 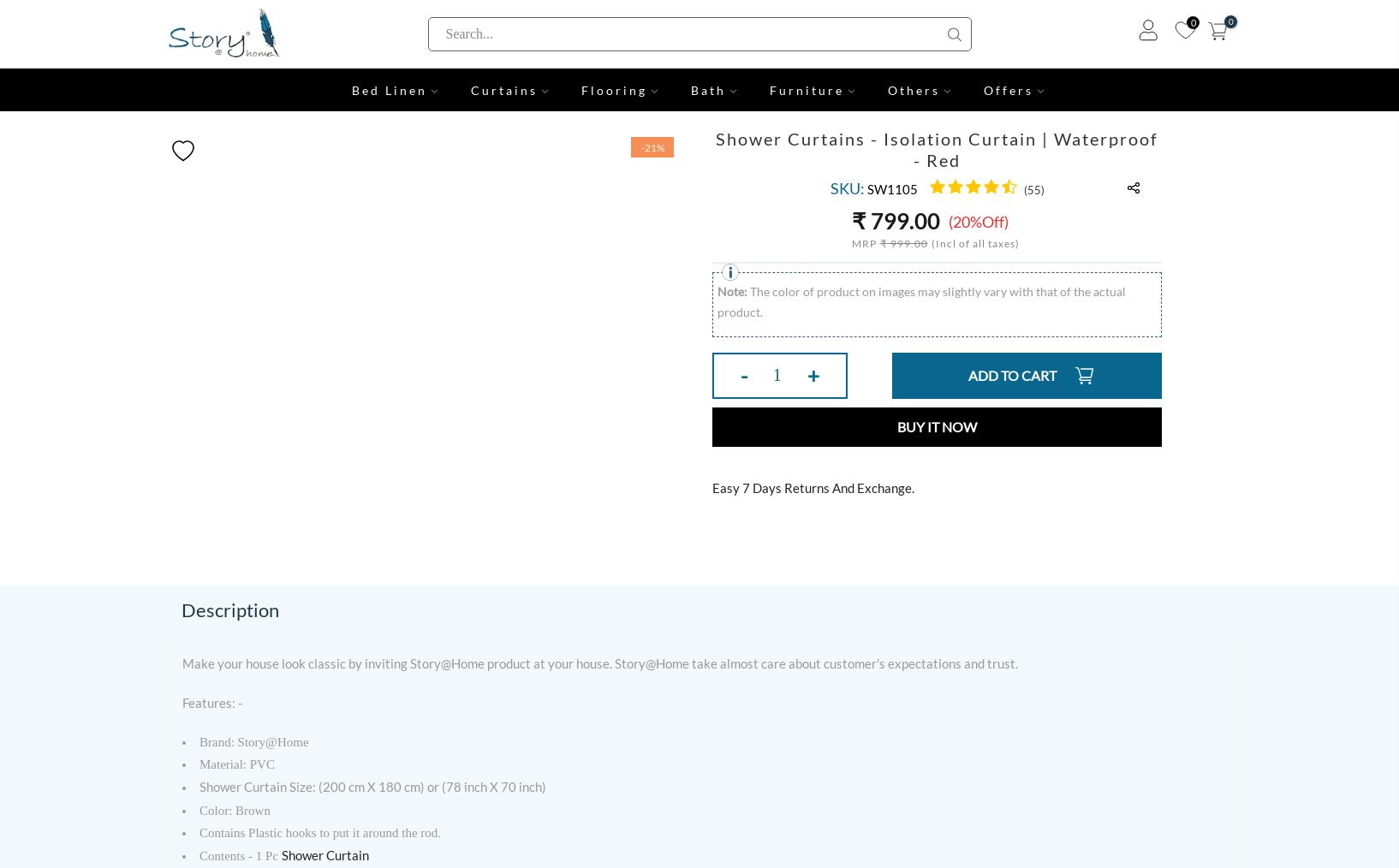 What do you see at coordinates (902, 242) in the screenshot?
I see `'₹ 999.00'` at bounding box center [902, 242].